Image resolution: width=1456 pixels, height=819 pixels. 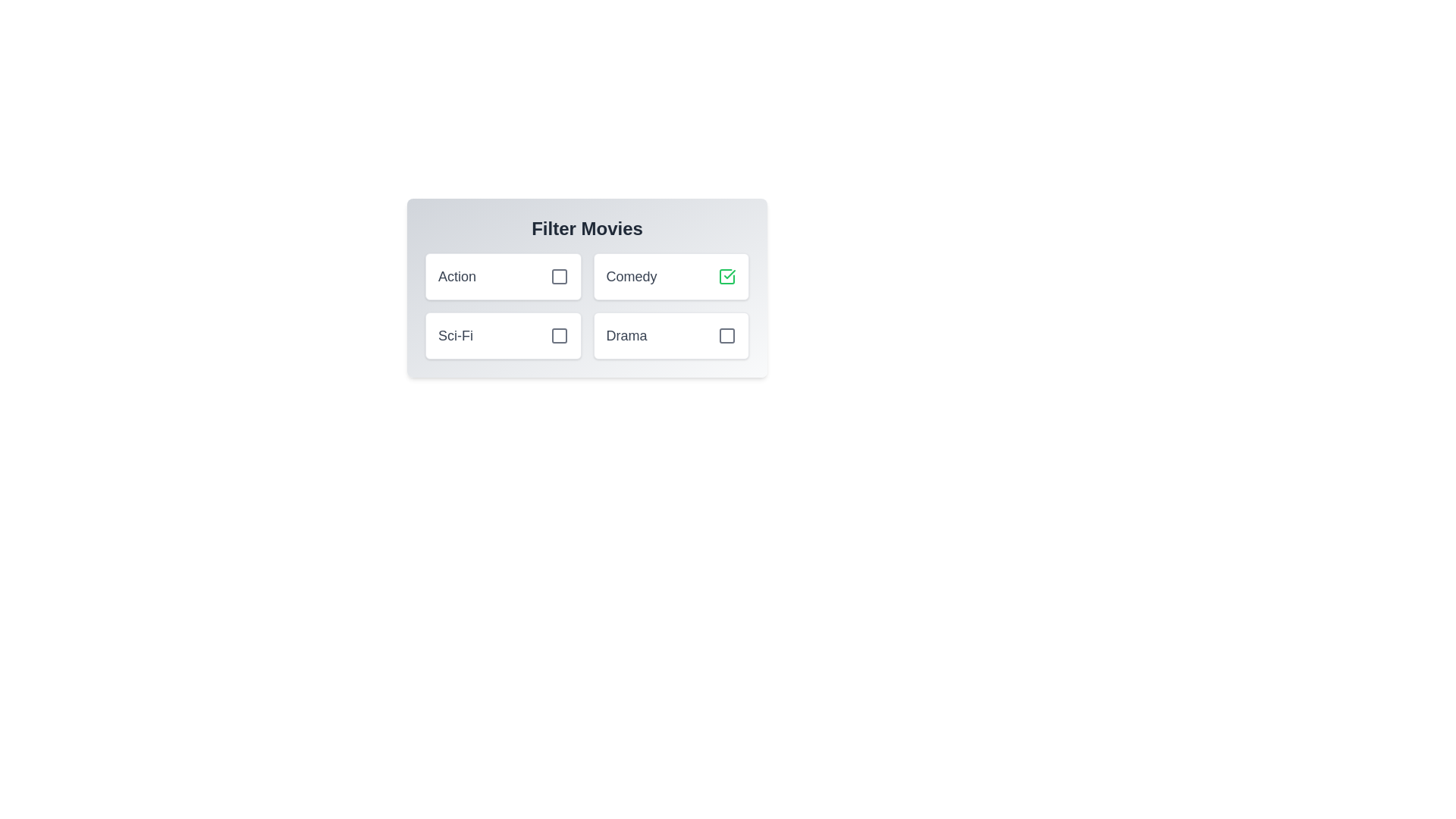 I want to click on the genre Comedy, so click(x=726, y=277).